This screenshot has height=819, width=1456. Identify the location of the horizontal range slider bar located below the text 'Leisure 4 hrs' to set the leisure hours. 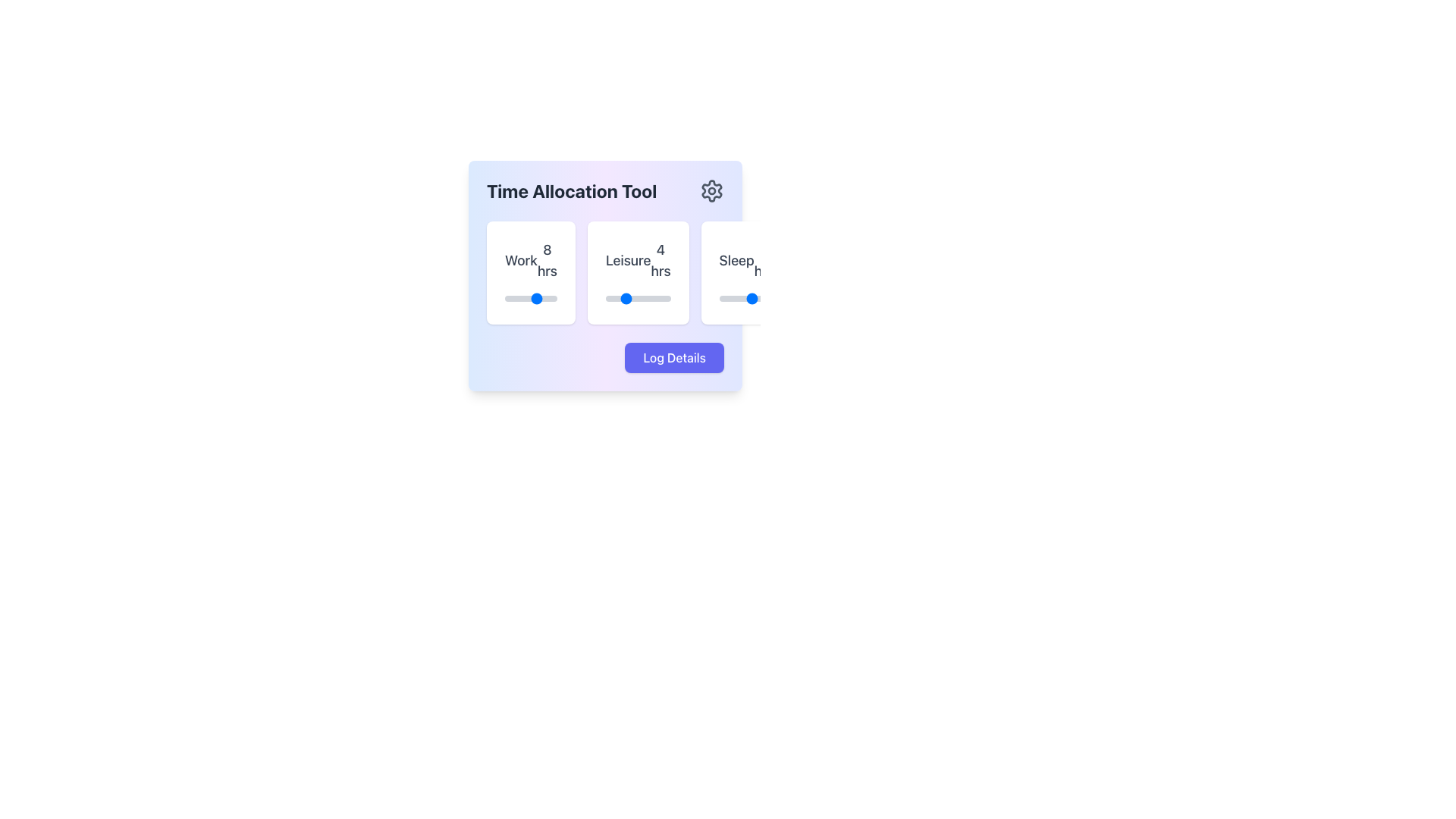
(638, 298).